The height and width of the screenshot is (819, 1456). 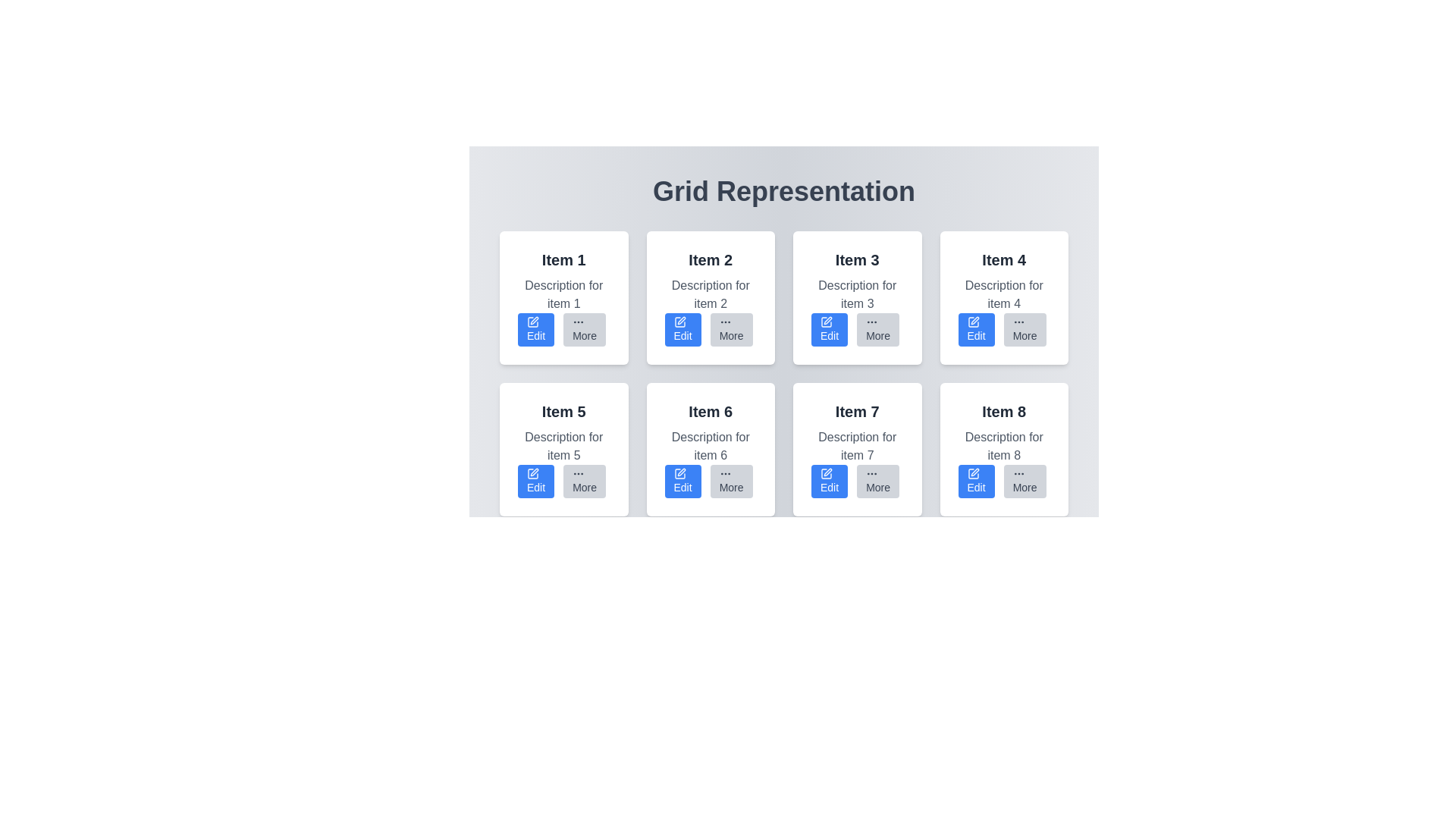 What do you see at coordinates (857, 298) in the screenshot?
I see `the interactive card located in the first row and third column of the grid layout` at bounding box center [857, 298].